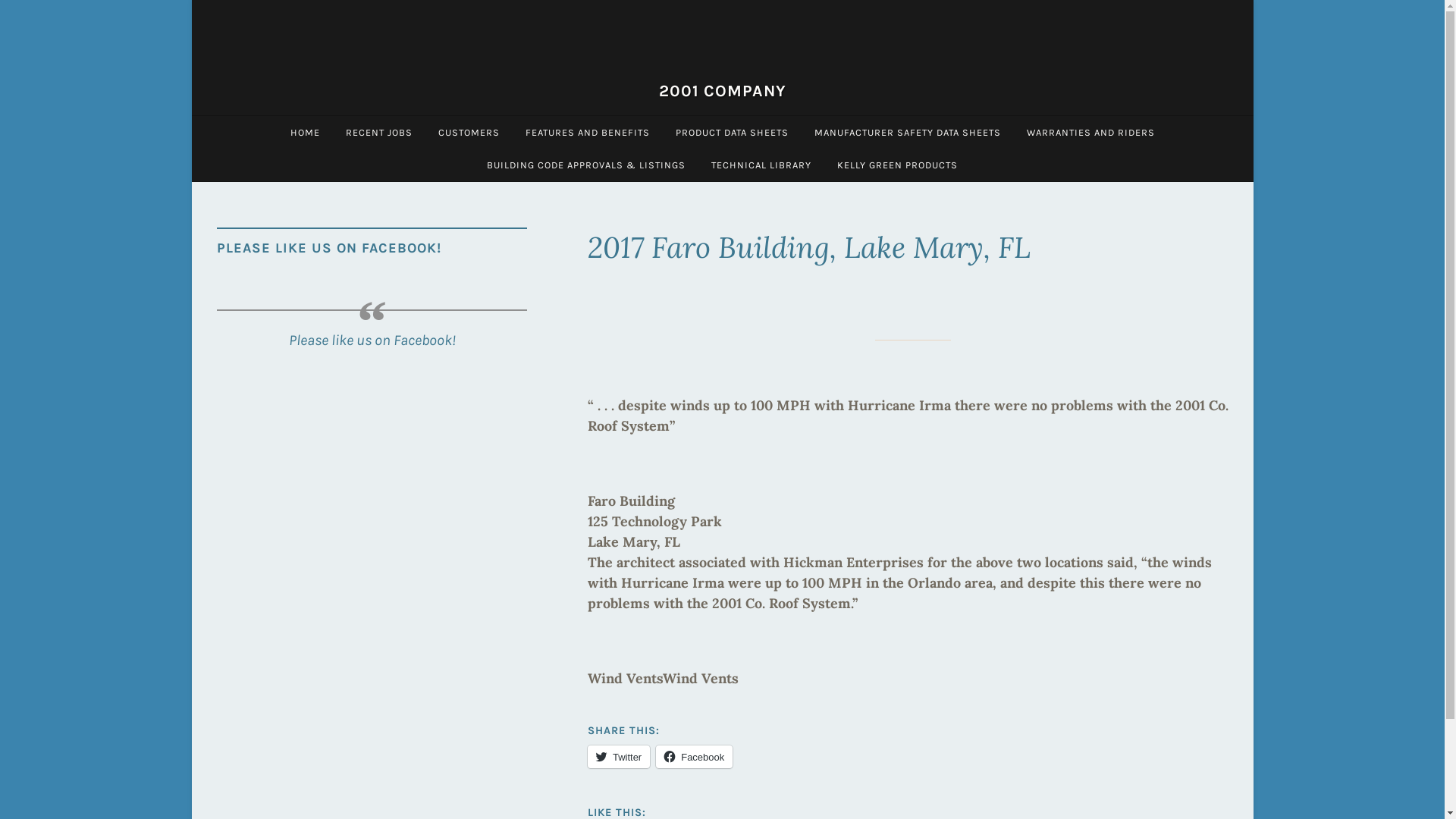 The height and width of the screenshot is (819, 1456). Describe the element at coordinates (693, 757) in the screenshot. I see `'Facebook'` at that location.